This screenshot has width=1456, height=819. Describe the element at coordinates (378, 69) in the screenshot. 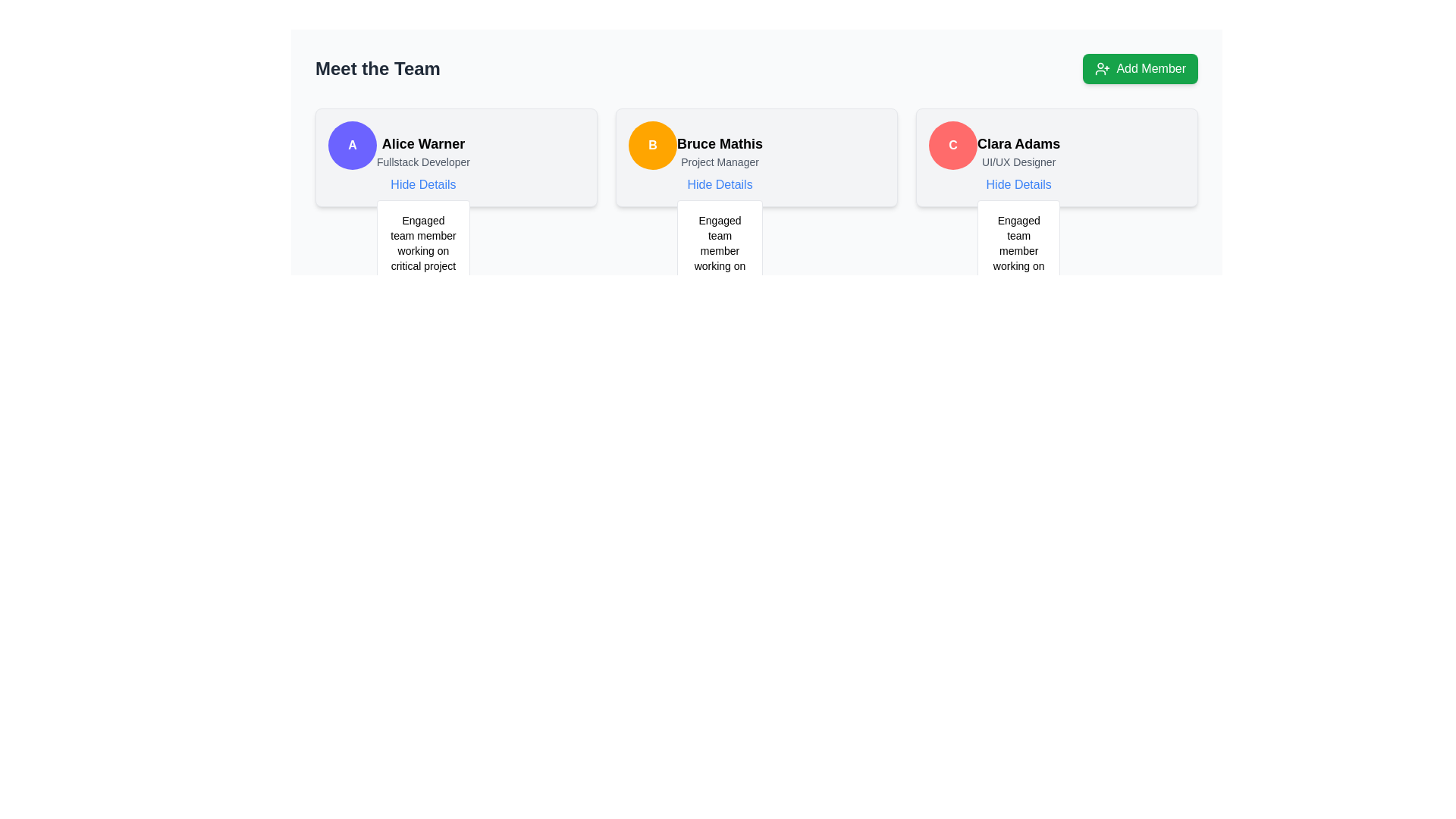

I see `text from the header Text Label that indicates the section's purpose for managing team members, located at the top left of the interface, next to the 'Add Member' button` at that location.